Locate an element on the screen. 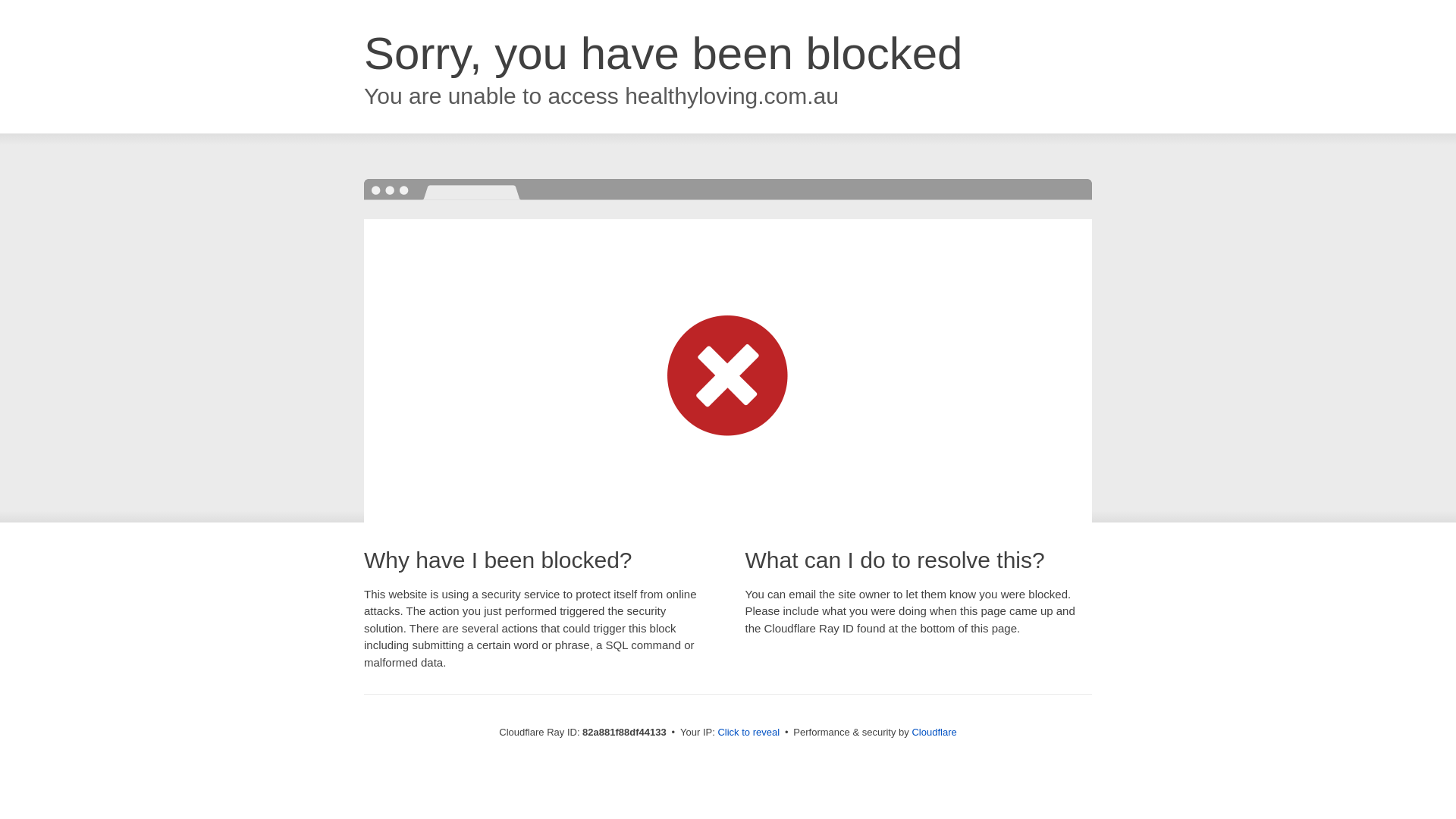 This screenshot has height=819, width=1456. 'Cloudflare' is located at coordinates (933, 731).